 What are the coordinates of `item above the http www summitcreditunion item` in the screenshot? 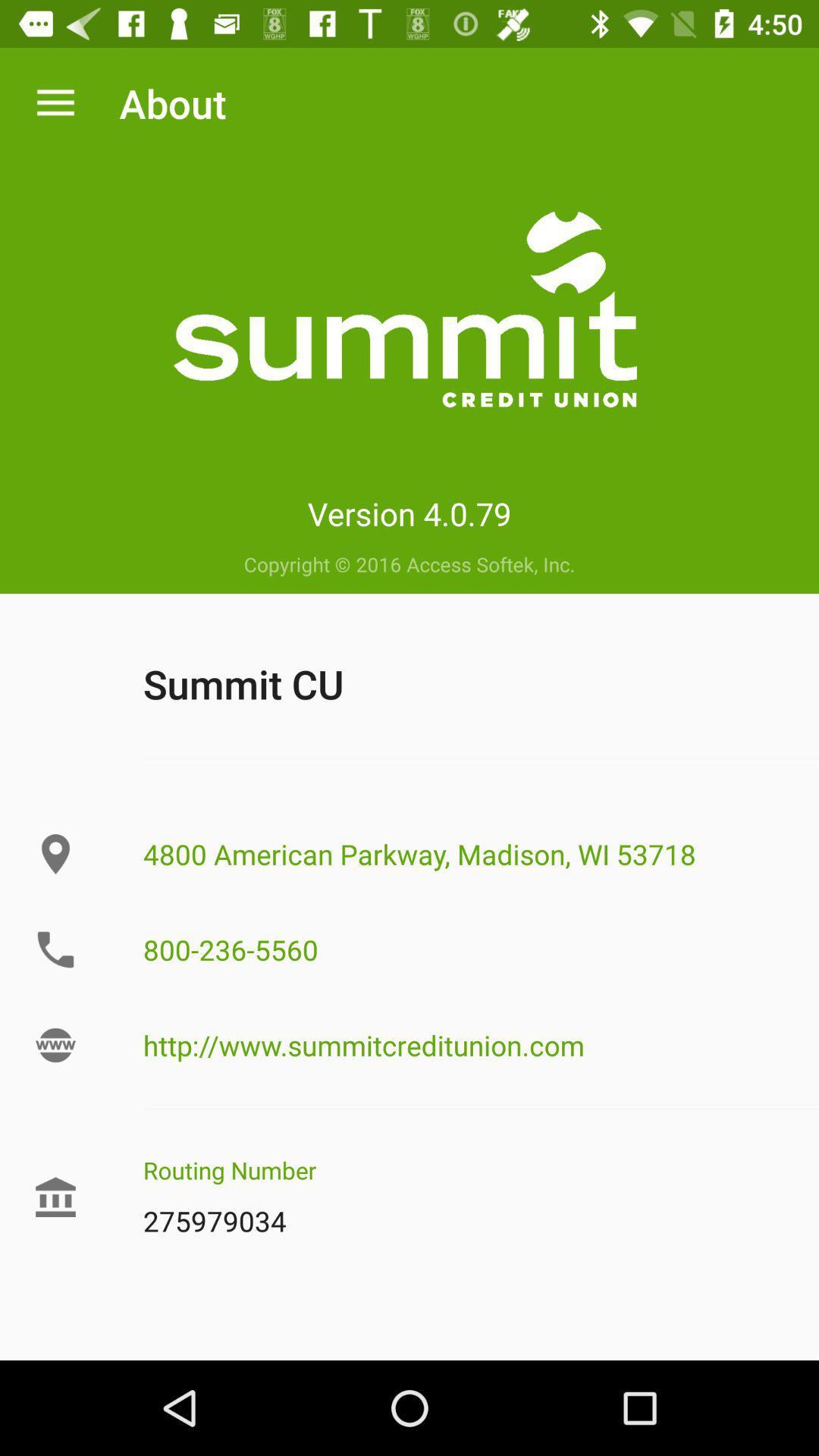 It's located at (464, 949).